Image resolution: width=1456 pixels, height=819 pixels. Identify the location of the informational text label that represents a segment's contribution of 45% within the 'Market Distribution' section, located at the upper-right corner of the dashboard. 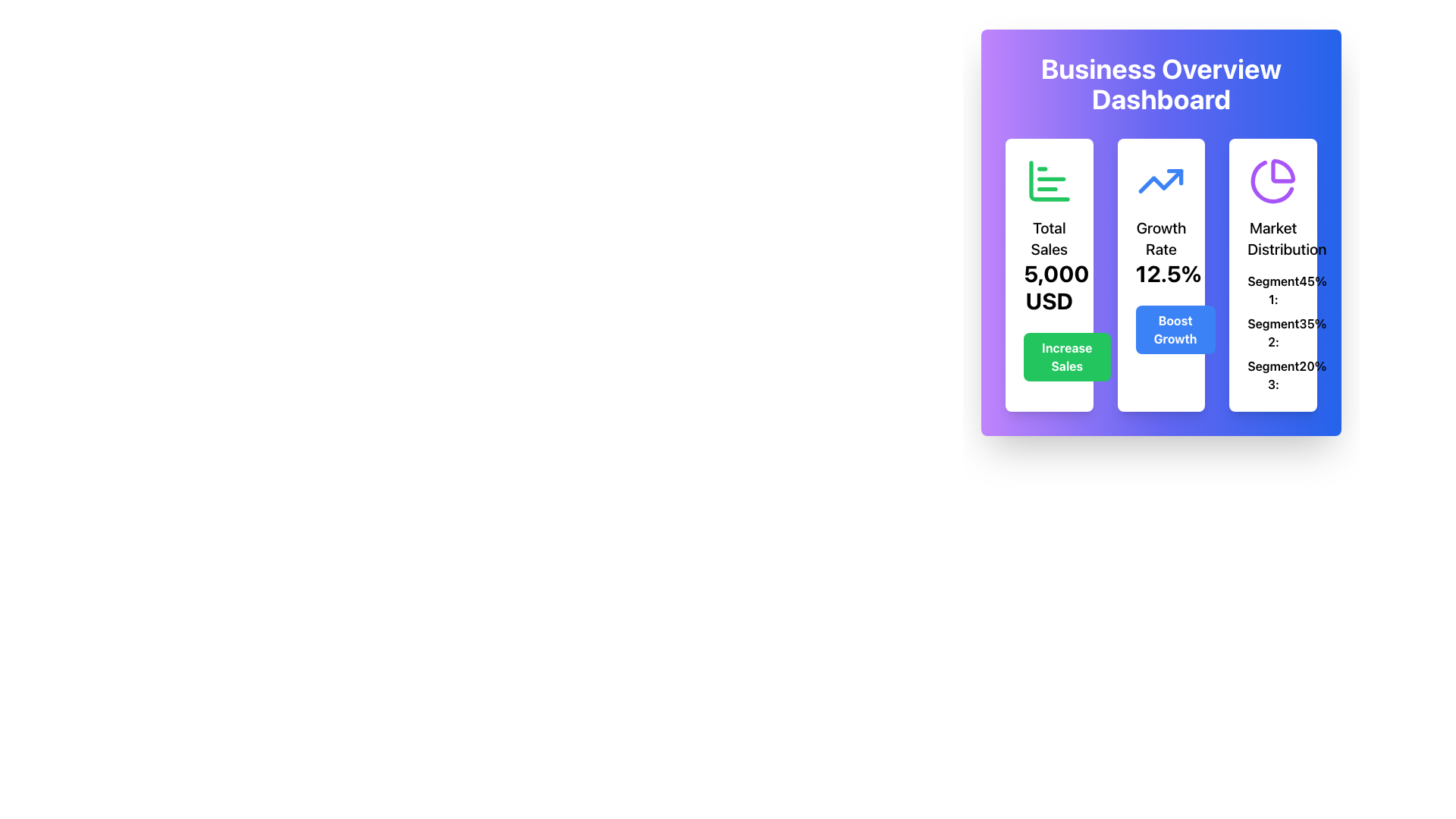
(1273, 290).